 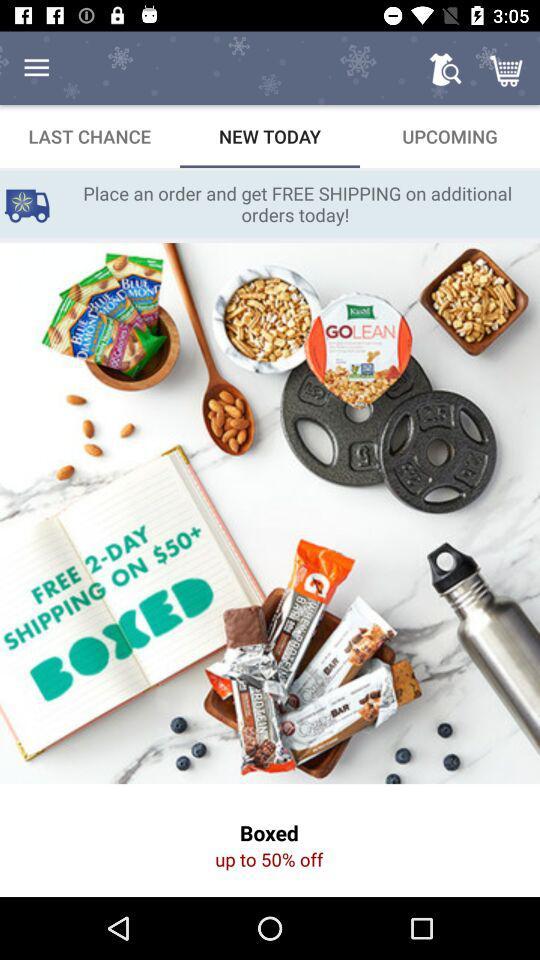 I want to click on the cart icon, so click(x=508, y=68).